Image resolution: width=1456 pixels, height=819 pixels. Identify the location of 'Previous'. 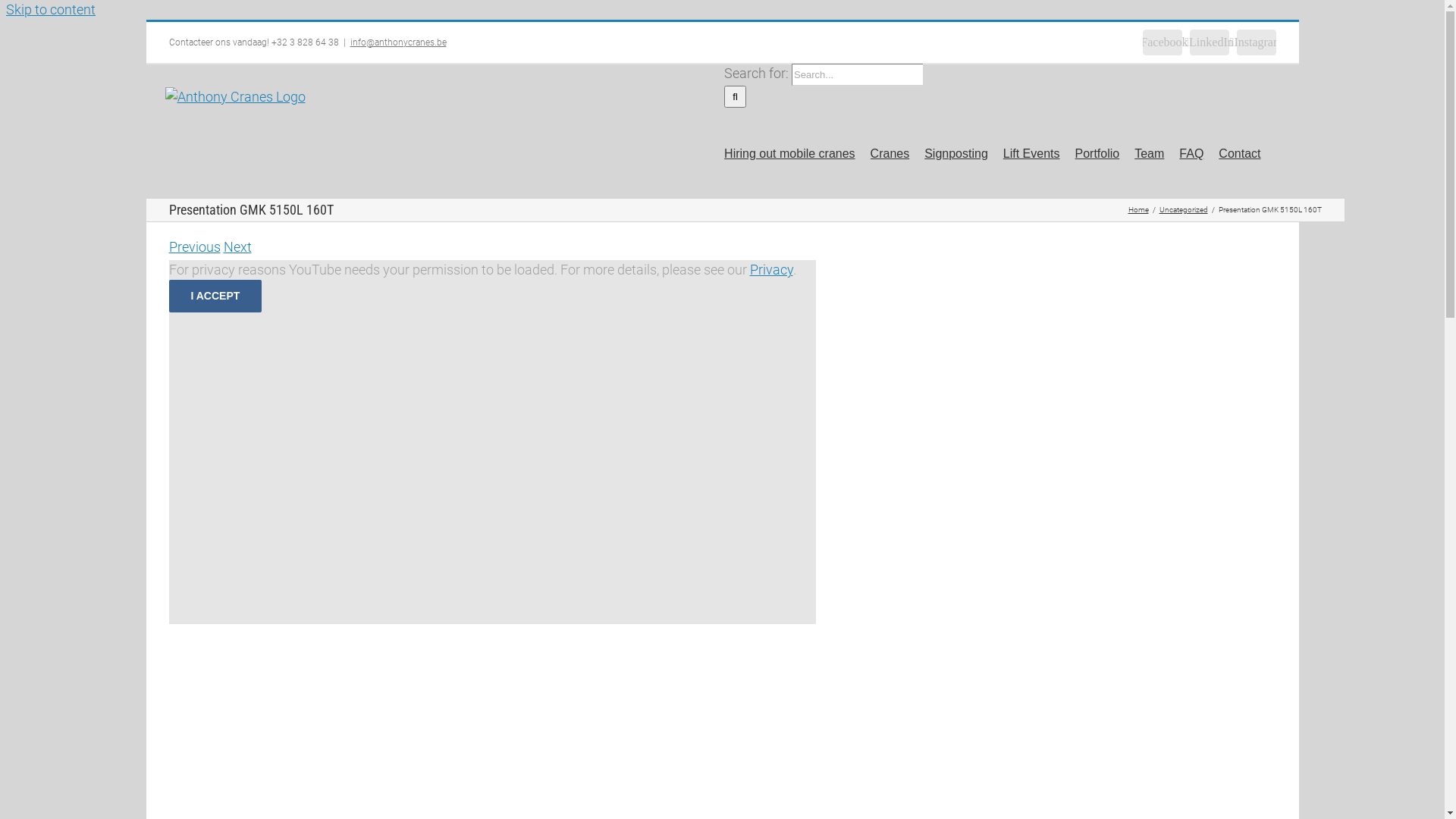
(168, 246).